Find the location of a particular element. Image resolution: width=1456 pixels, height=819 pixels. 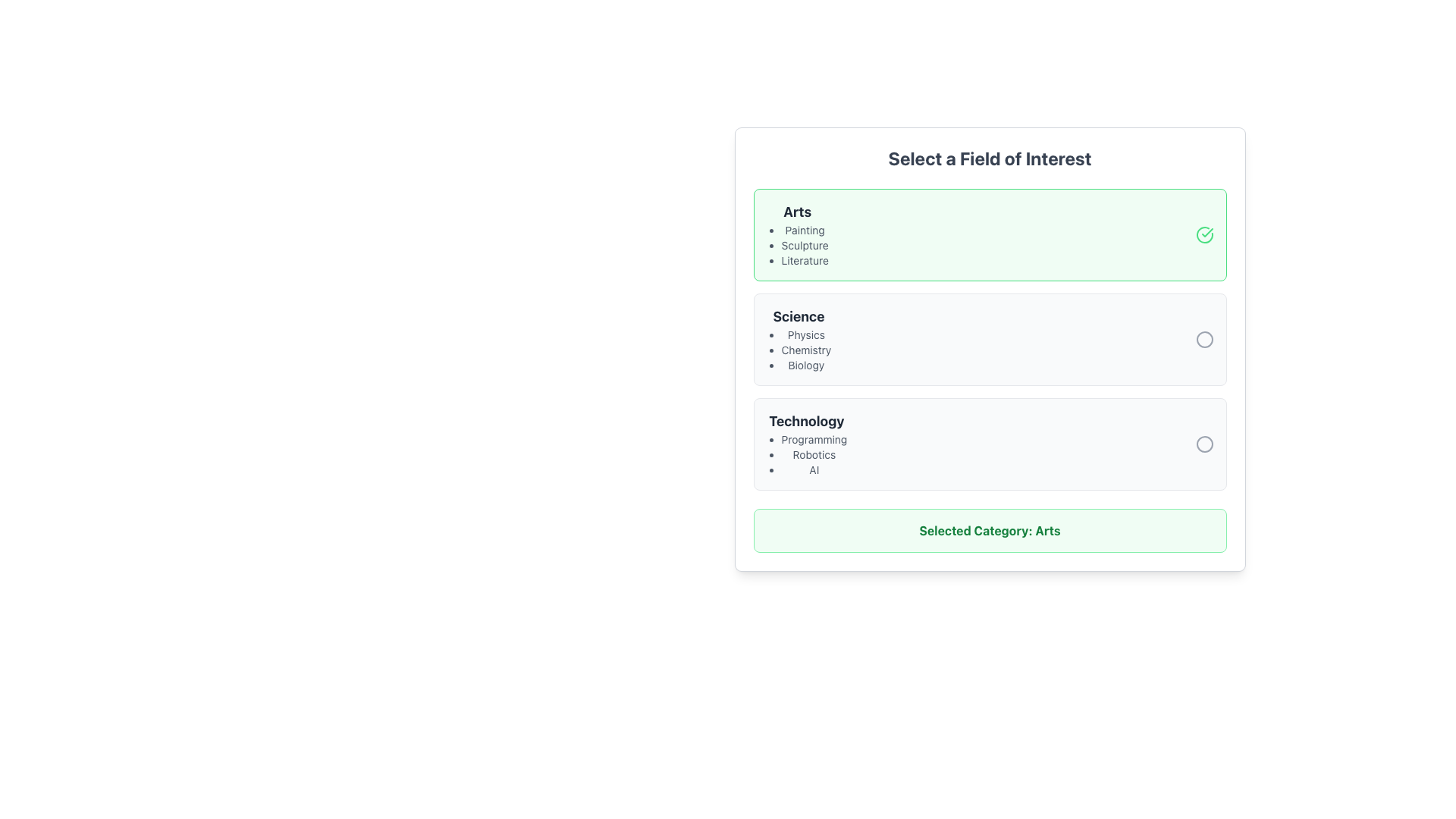

the first item in the 'Science' list, which serves as a label or selectable topic is located at coordinates (805, 334).